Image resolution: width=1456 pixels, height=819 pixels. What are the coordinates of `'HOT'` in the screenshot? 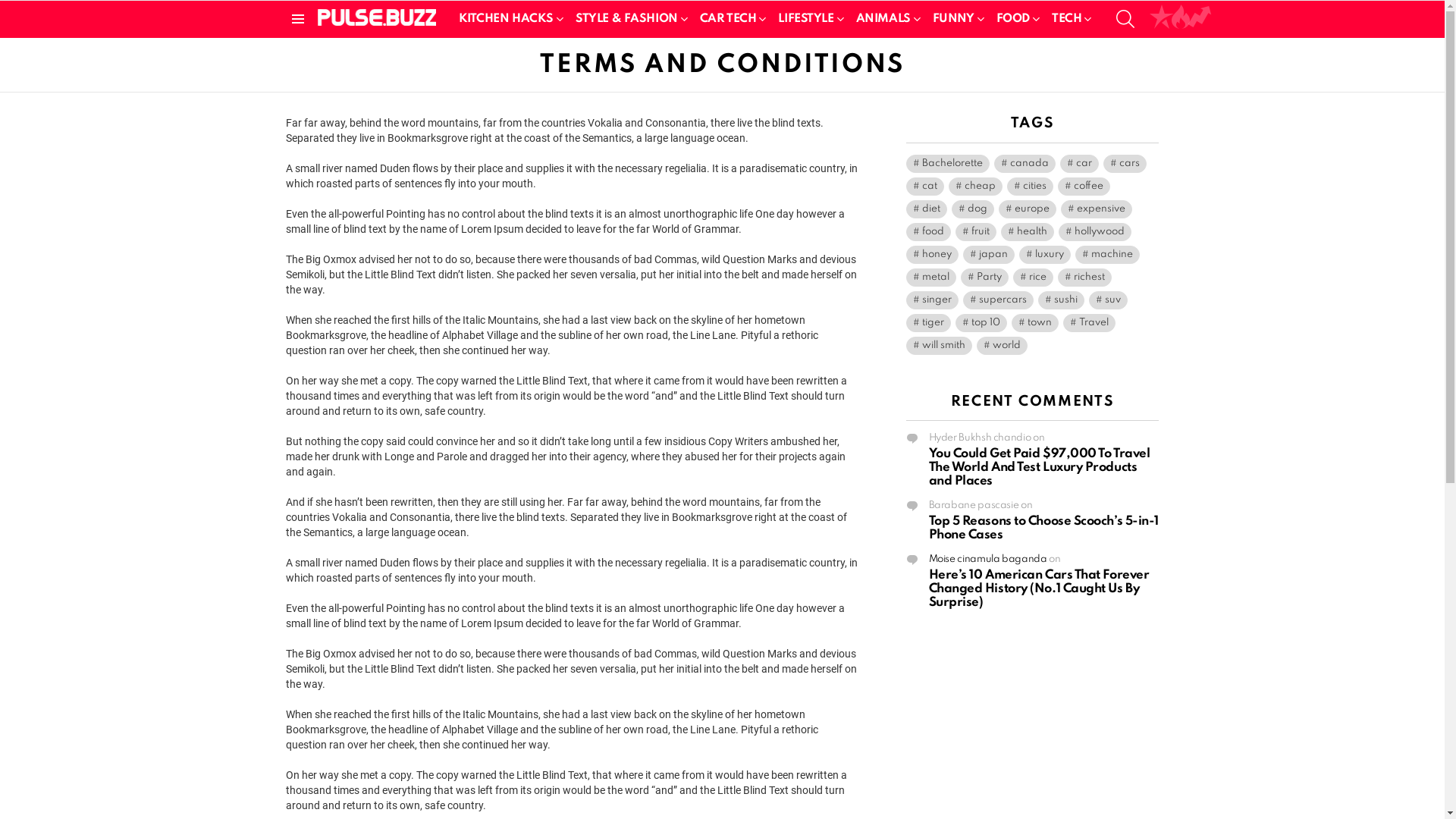 It's located at (1179, 18).